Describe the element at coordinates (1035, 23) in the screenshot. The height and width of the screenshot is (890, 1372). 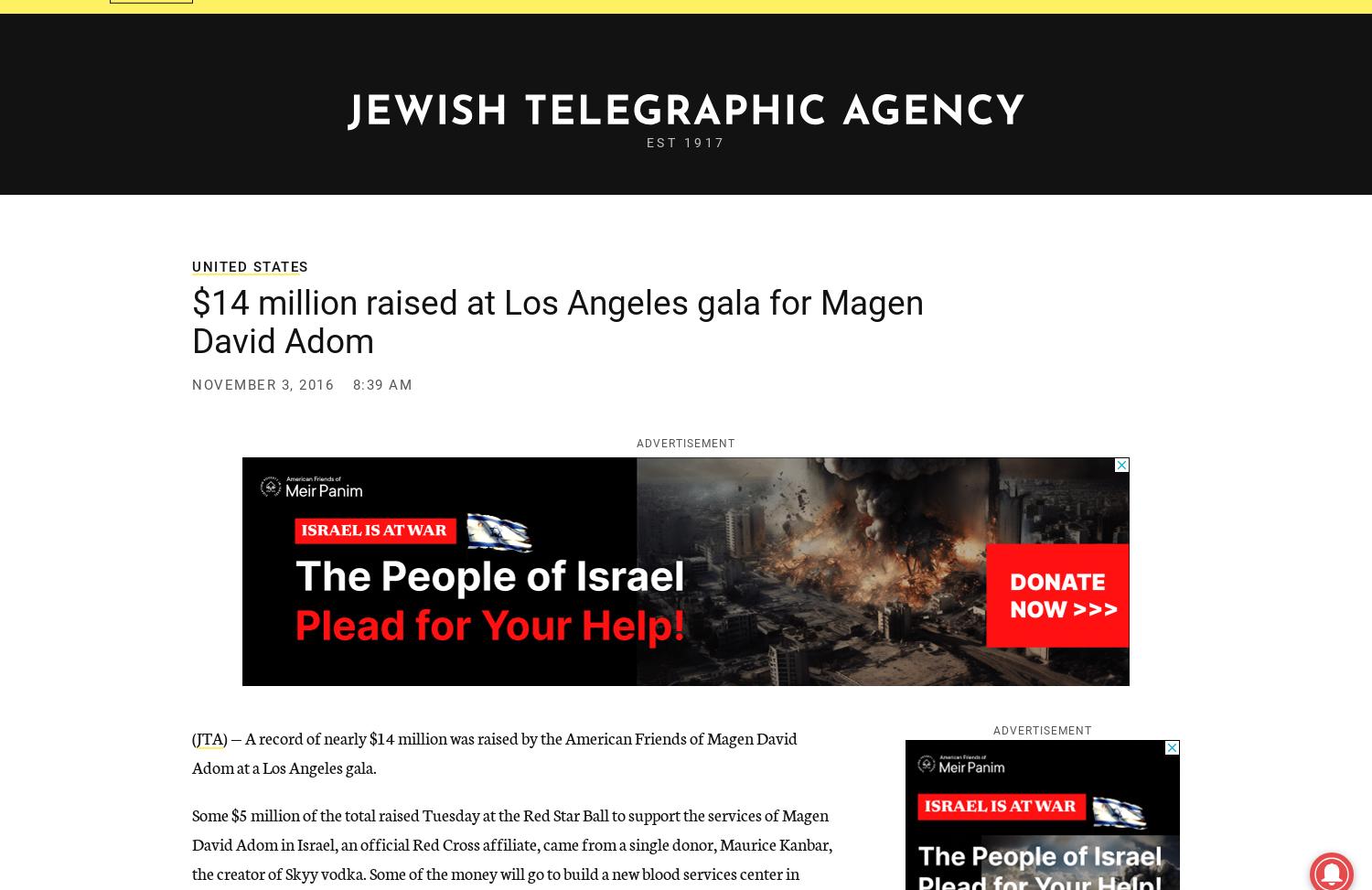
I see `'Subscribe'` at that location.